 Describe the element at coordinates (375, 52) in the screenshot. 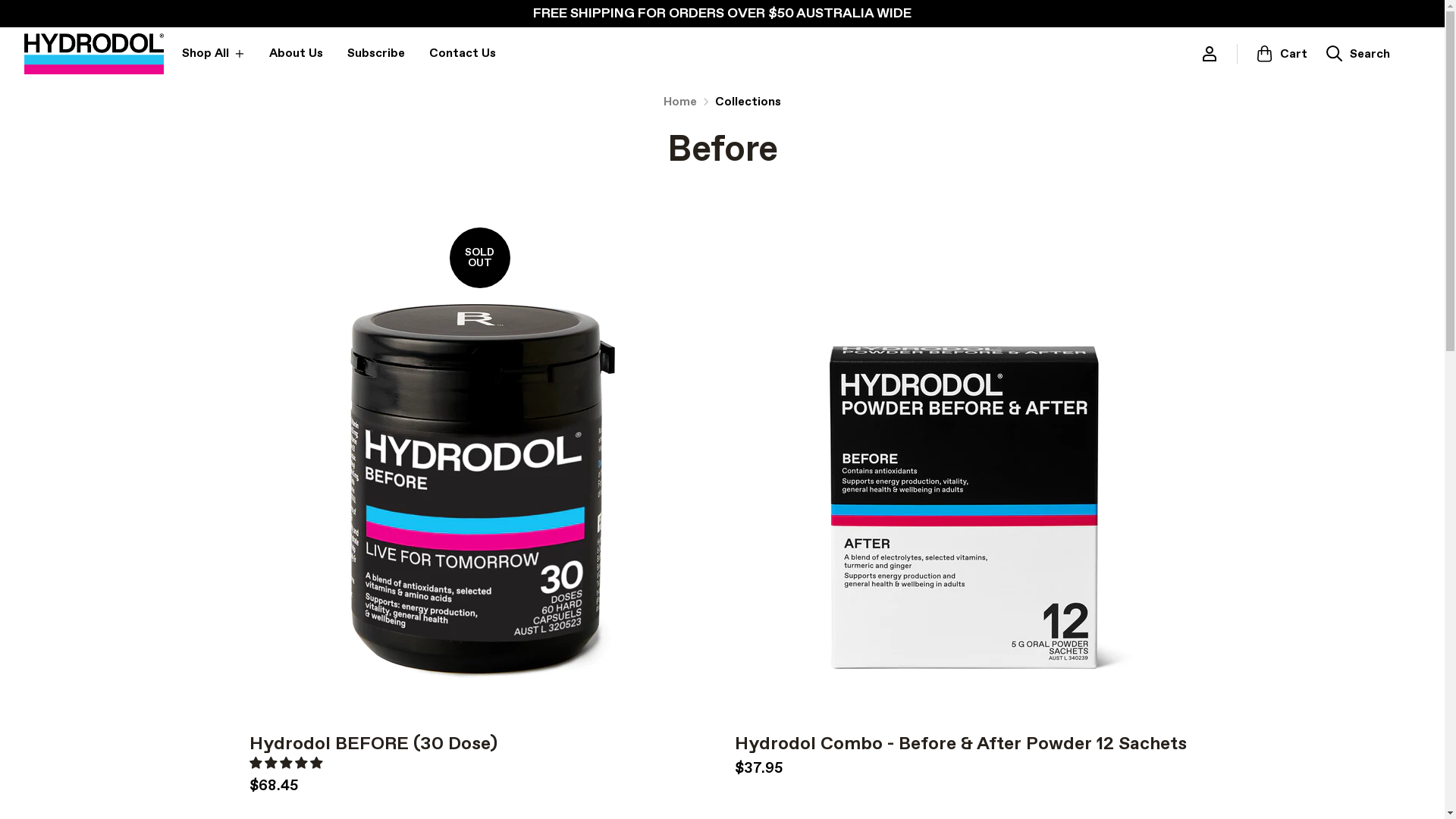

I see `'Subscribe'` at that location.